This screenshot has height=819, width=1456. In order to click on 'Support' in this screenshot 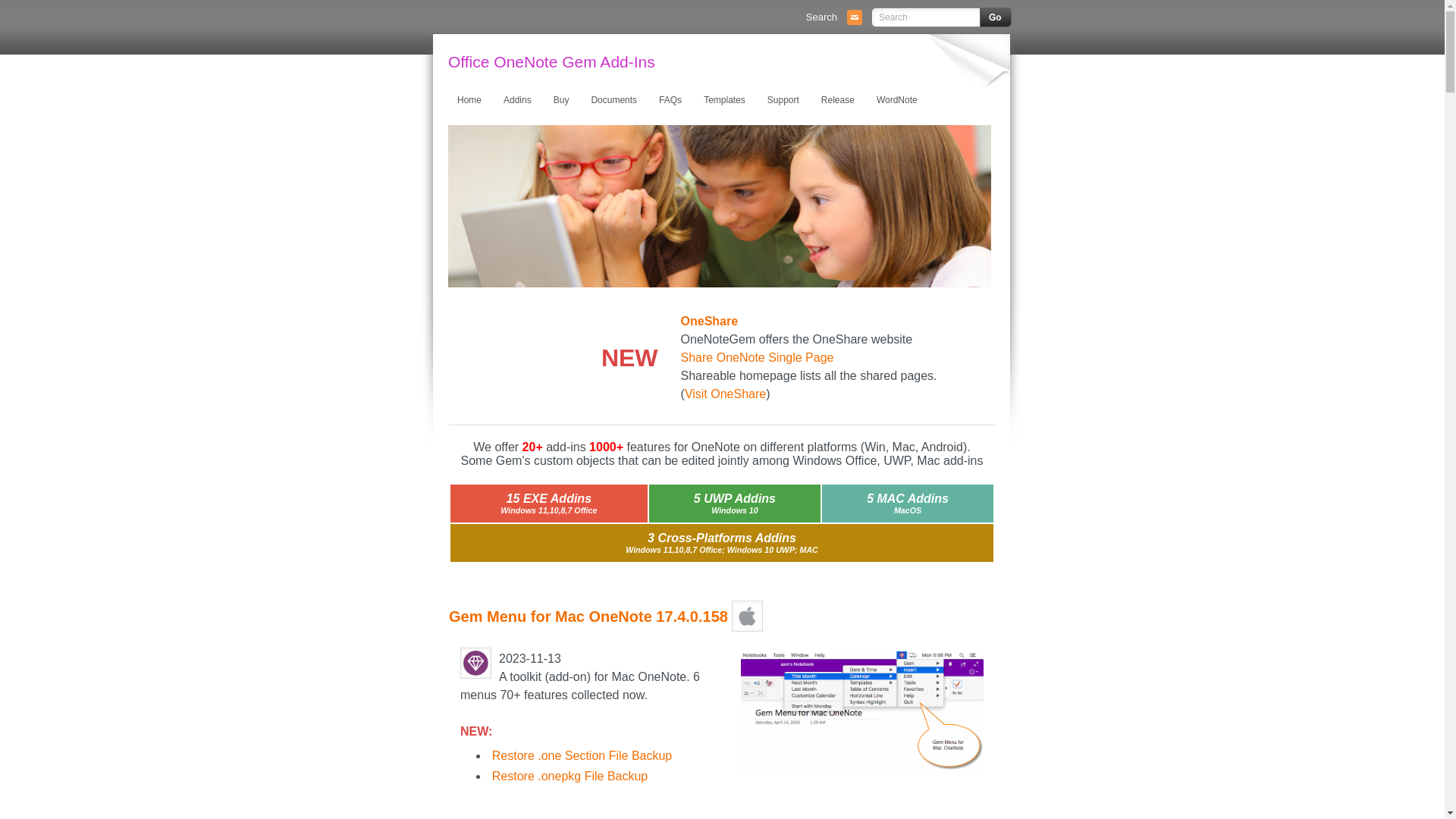, I will do `click(758, 99)`.